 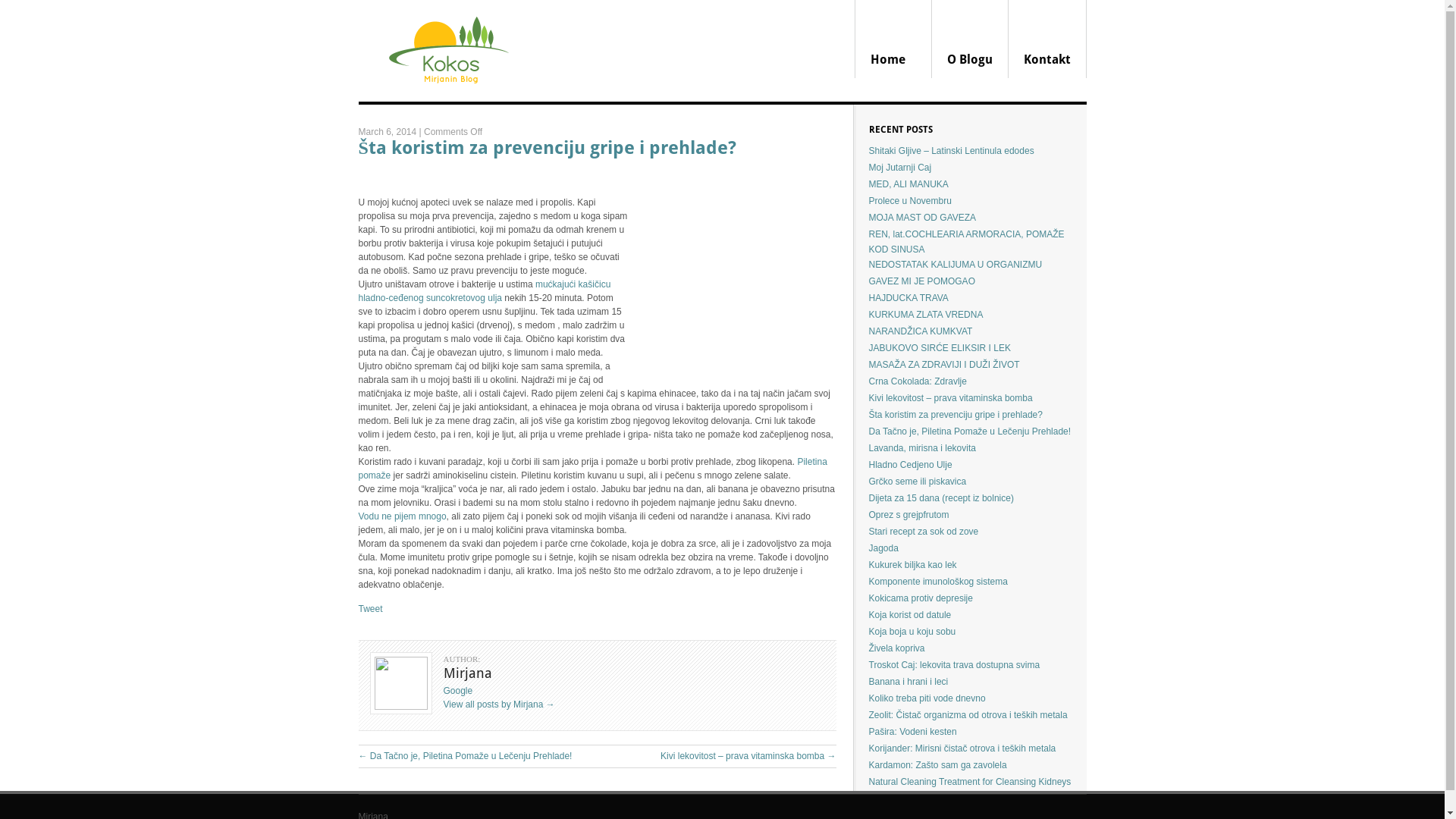 What do you see at coordinates (401, 516) in the screenshot?
I see `'Vodu ne pijem mnogo'` at bounding box center [401, 516].